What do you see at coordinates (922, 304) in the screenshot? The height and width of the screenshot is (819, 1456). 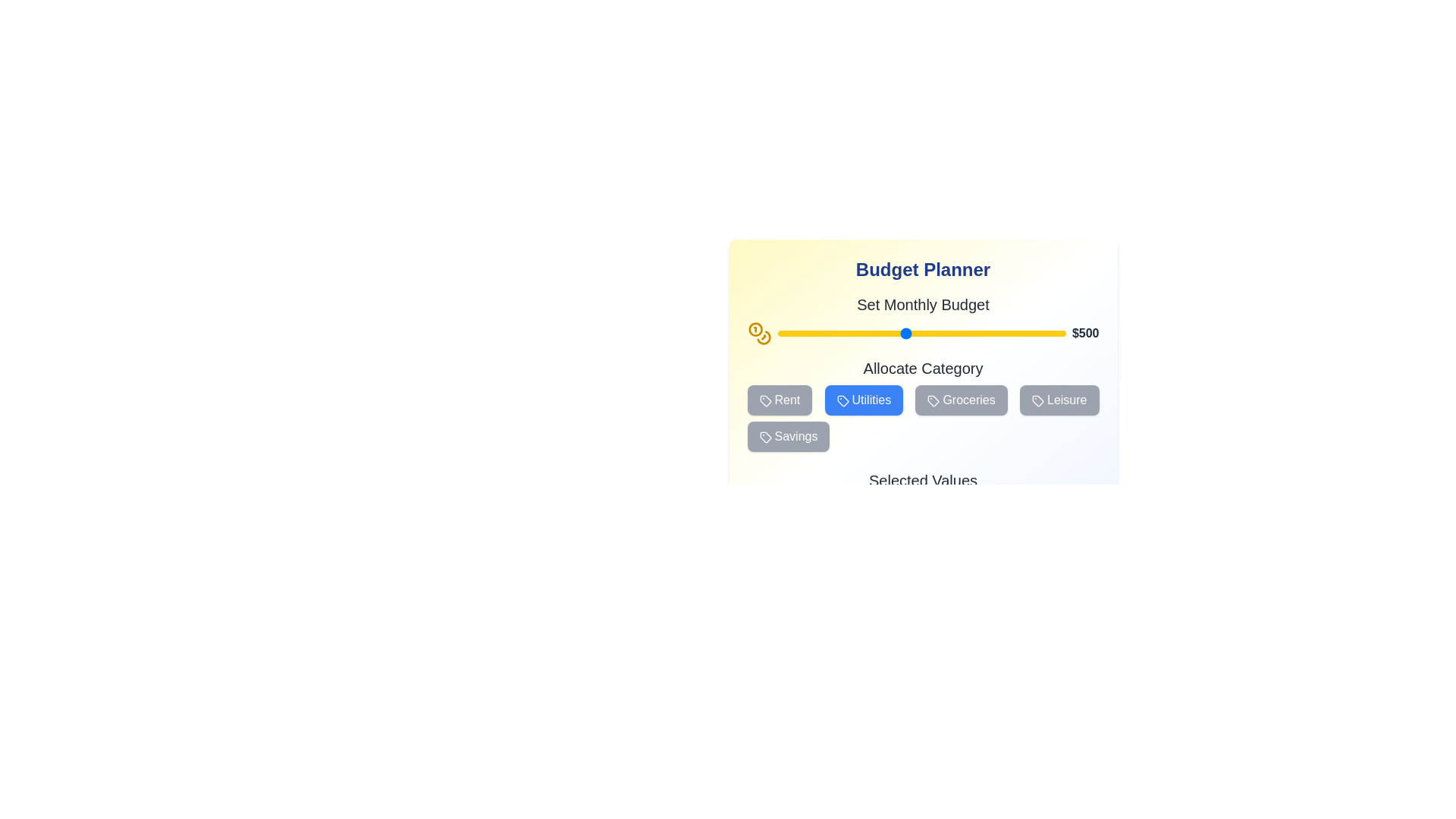 I see `the Text label that indicates the purpose of the budget slider, which is centrally aligned within the 'Budget Planner' section and positioned above the '$500' value text and the yellow slider` at bounding box center [922, 304].